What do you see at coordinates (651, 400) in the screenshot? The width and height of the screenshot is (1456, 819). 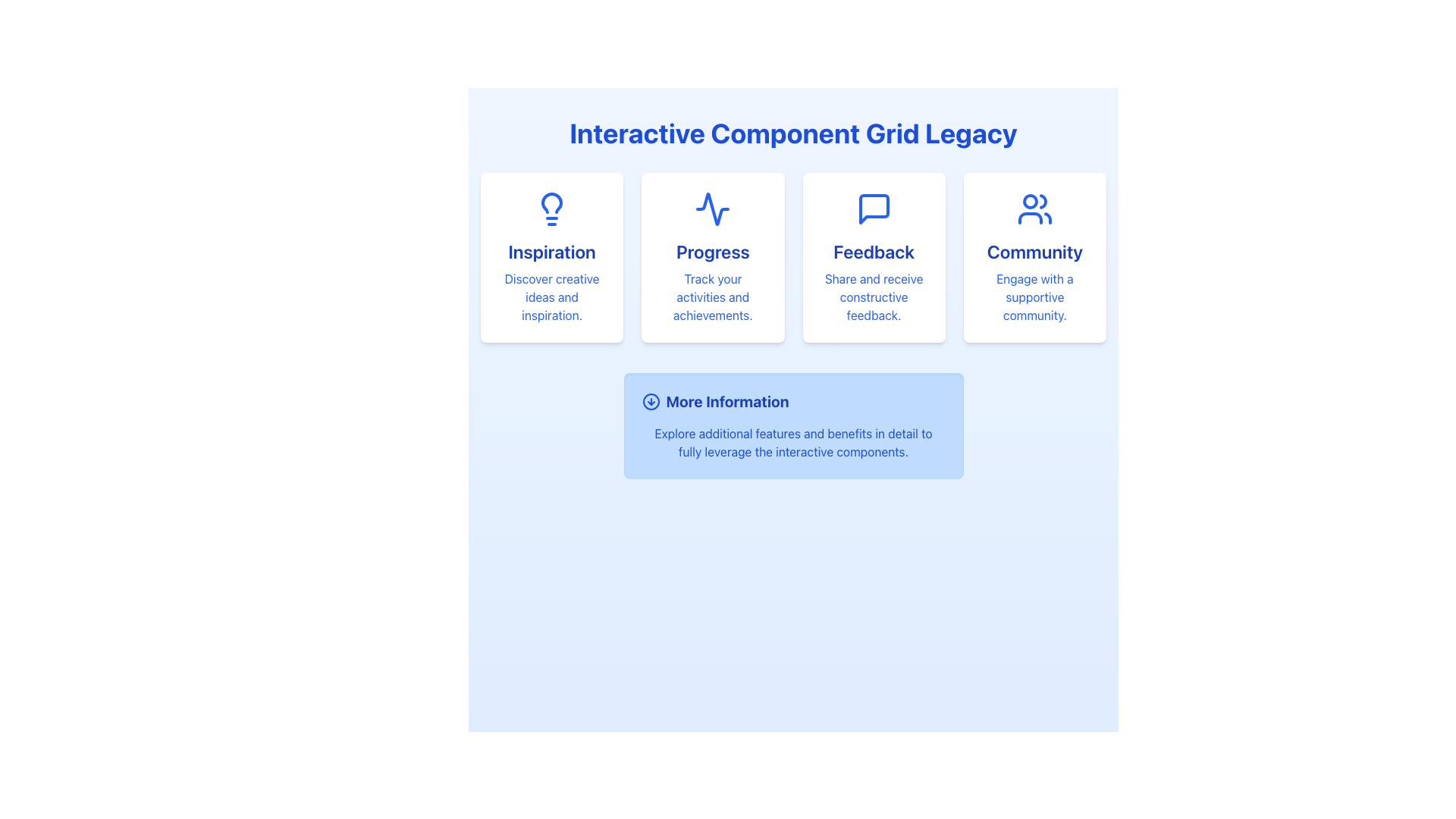 I see `the SVG Circle Shape that serves as the circular base for the downward-pointing arrow icon in the 'More Information' card located below the primary grid of options` at bounding box center [651, 400].